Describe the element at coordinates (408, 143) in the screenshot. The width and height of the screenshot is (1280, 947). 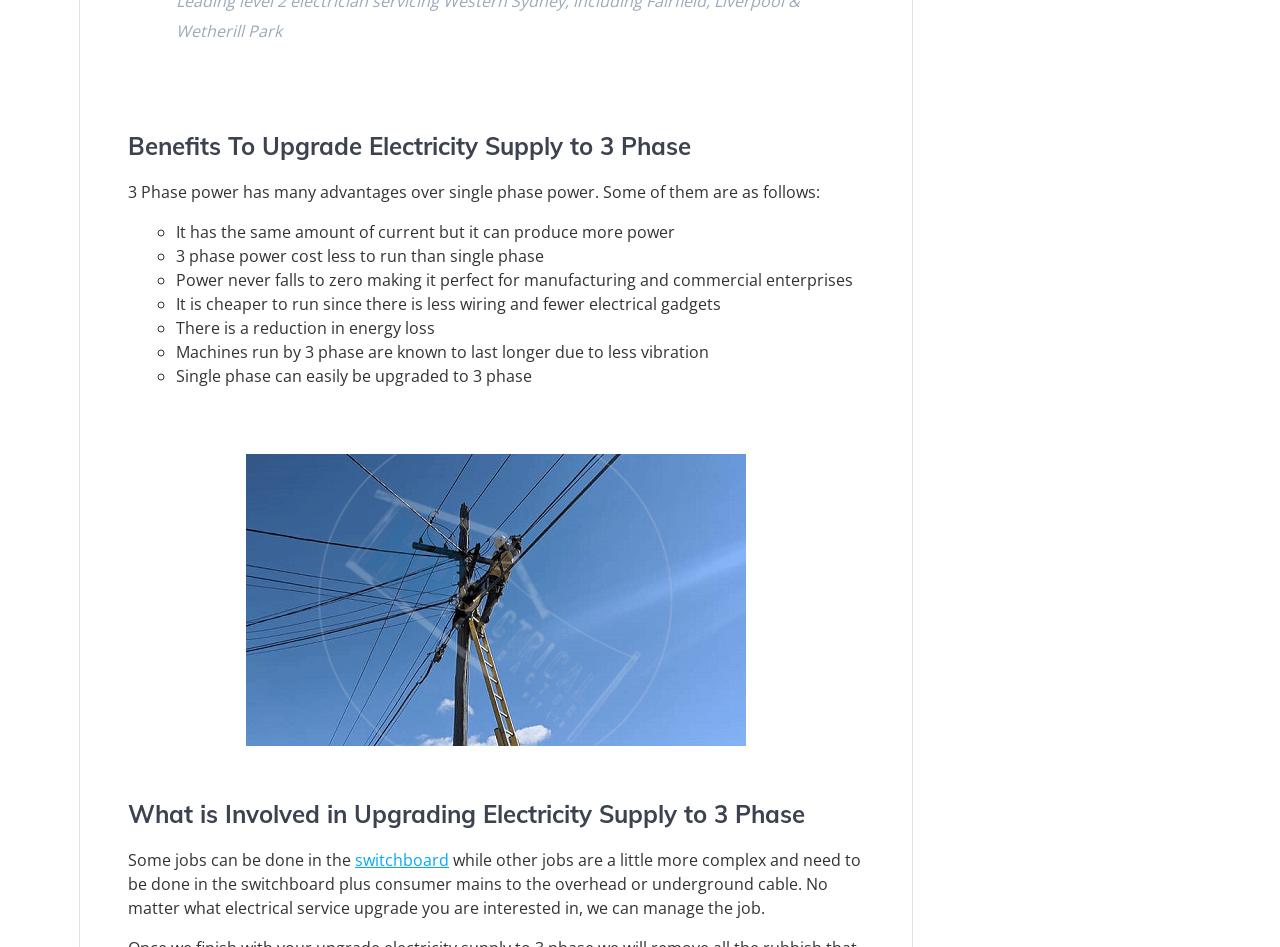
I see `'Benefits To Upgrade Electricity Supply to 3 Phase'` at that location.